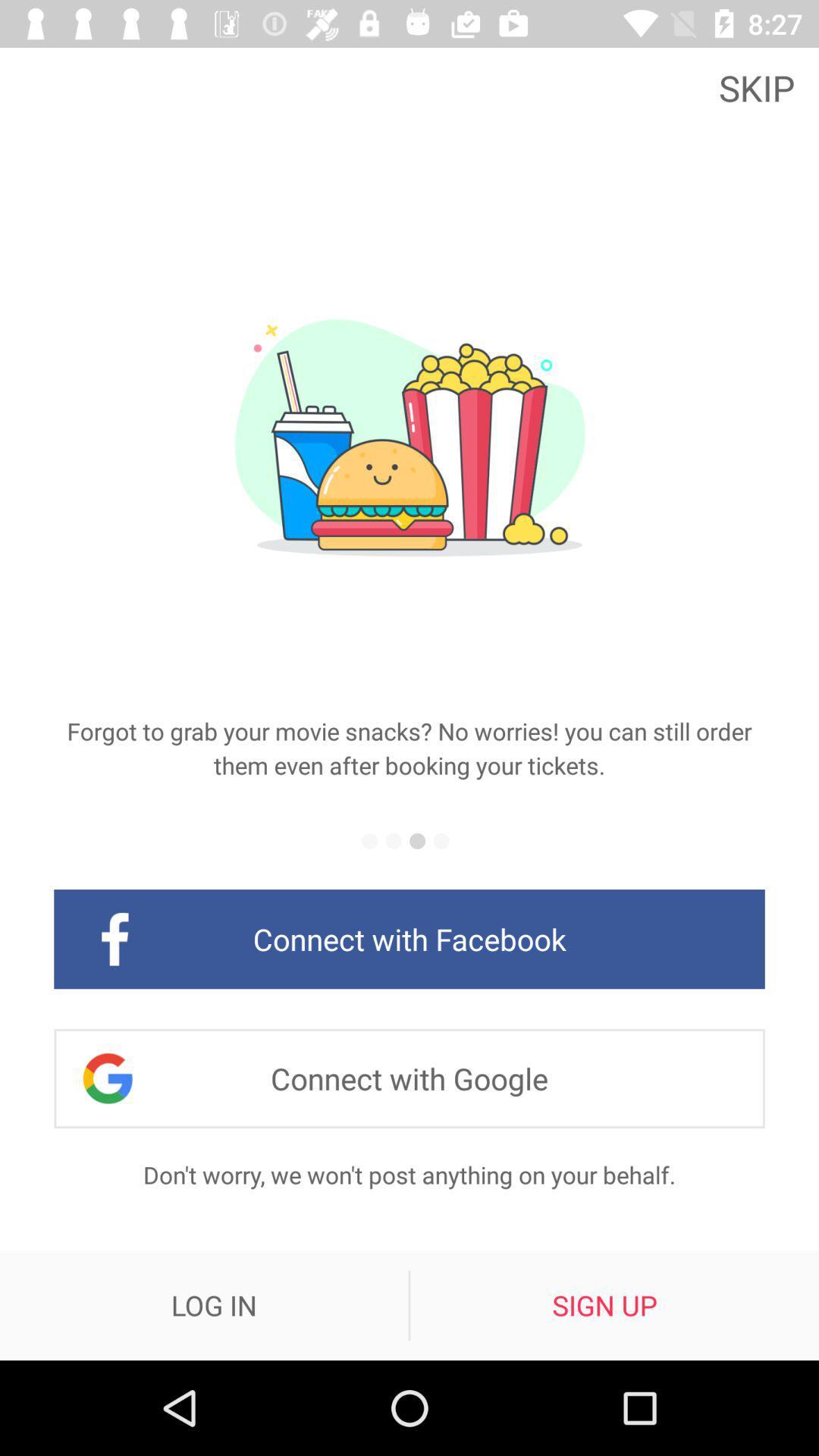 The width and height of the screenshot is (819, 1456). I want to click on the sign up icon, so click(604, 1304).